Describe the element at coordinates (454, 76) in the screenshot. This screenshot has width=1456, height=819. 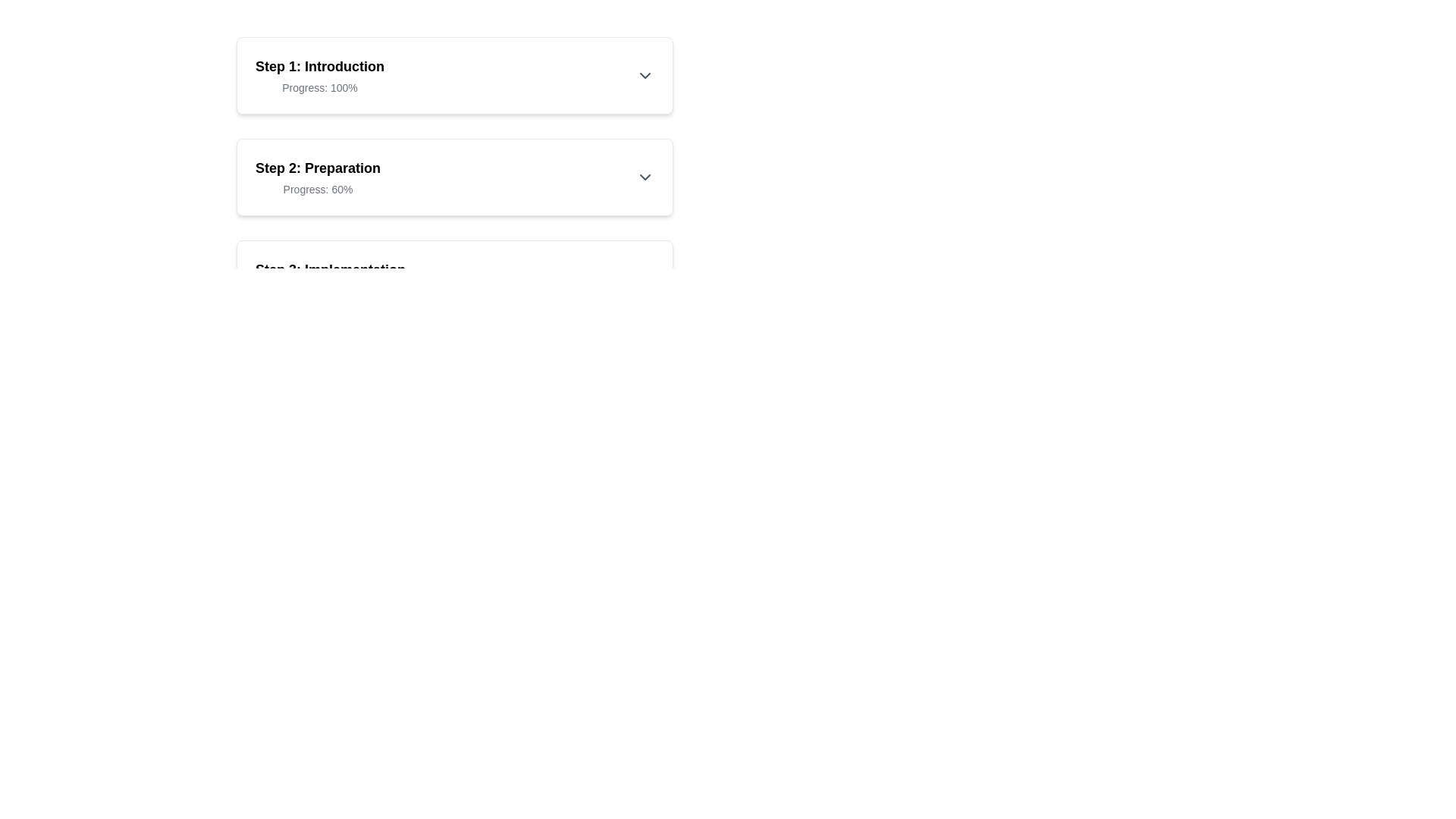
I see `the Informational card that displays 'Step 1: Introduction' and 'Progress: 100%', located at the top of the stack of three cards` at that location.